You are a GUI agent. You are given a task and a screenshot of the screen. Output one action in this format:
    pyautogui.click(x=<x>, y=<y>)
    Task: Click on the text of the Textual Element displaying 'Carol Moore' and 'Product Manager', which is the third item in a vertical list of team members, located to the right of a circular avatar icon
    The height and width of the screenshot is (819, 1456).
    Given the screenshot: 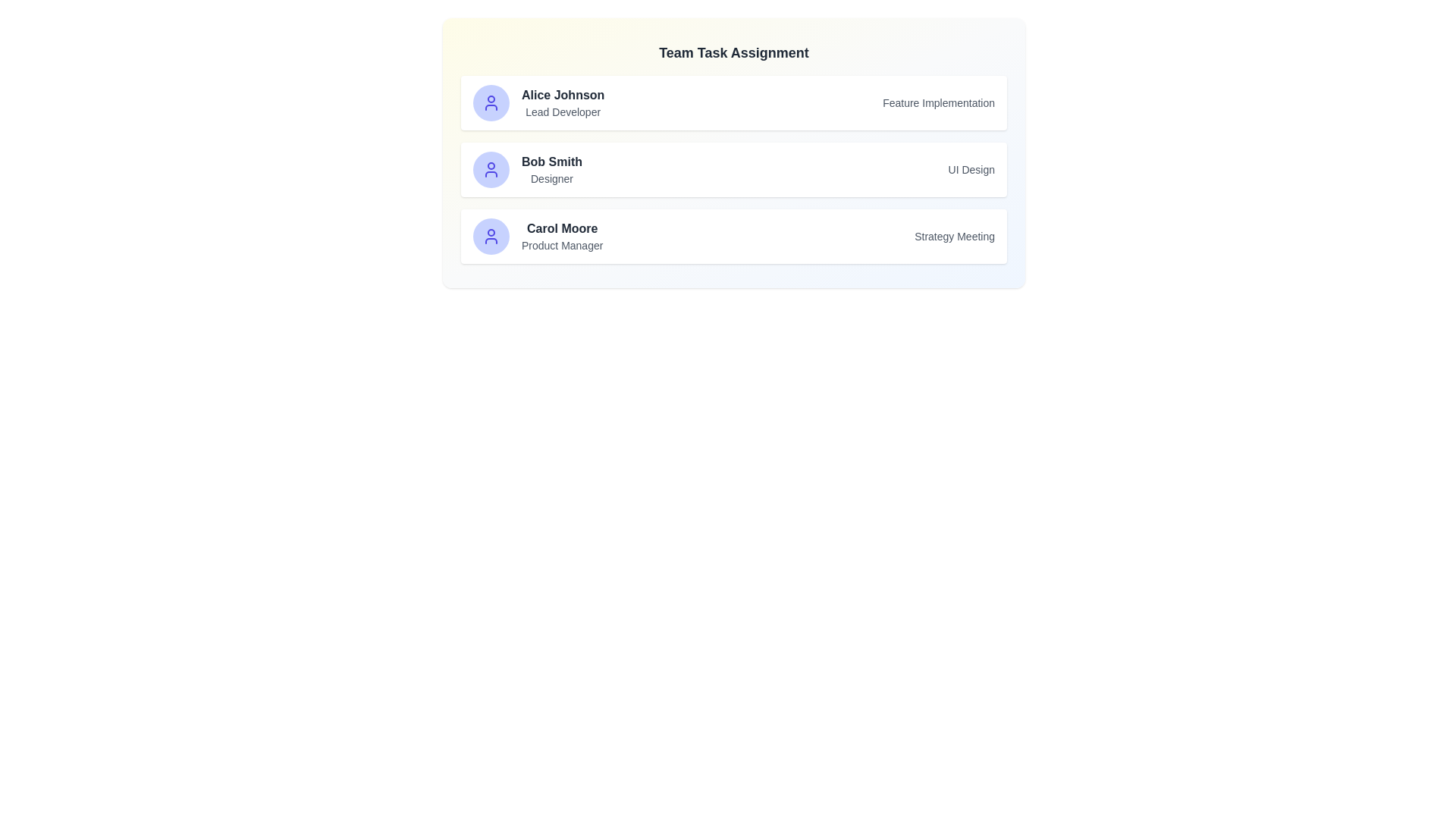 What is the action you would take?
    pyautogui.click(x=561, y=237)
    